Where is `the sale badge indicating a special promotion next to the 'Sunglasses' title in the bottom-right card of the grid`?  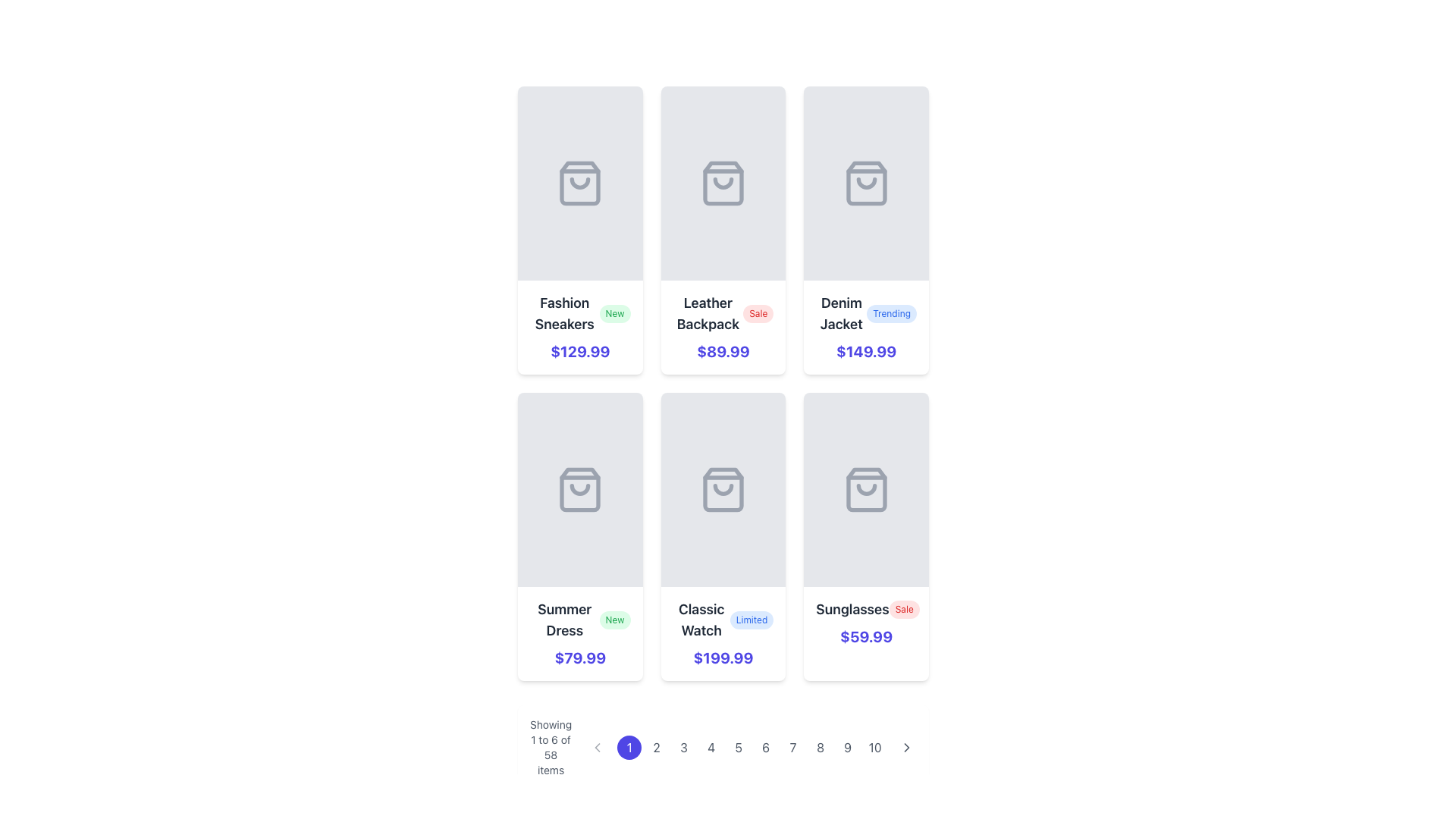
the sale badge indicating a special promotion next to the 'Sunglasses' title in the bottom-right card of the grid is located at coordinates (904, 608).